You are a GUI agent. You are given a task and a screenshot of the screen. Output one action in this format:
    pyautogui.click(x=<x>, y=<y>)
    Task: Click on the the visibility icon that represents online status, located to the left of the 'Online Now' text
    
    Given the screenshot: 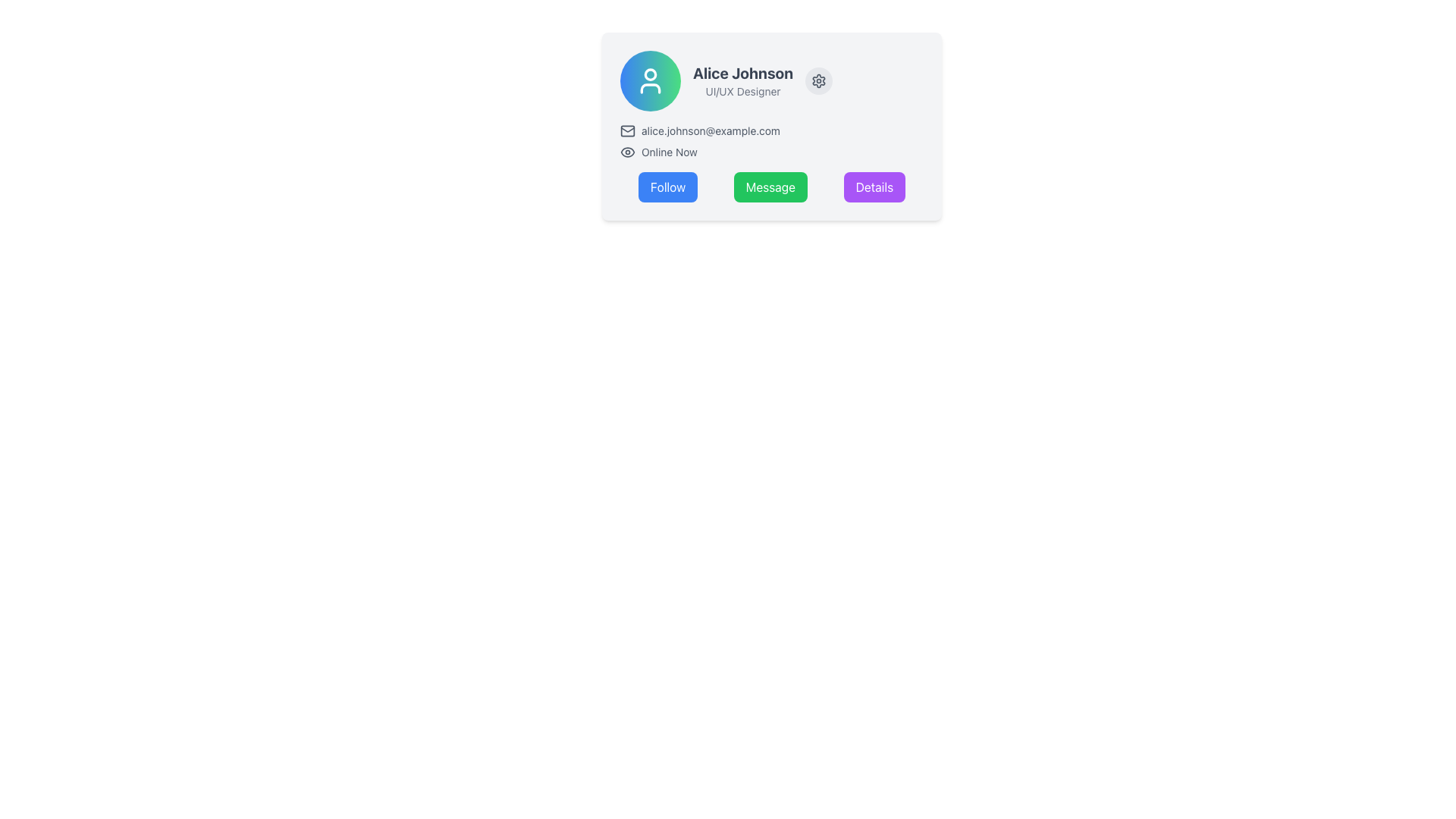 What is the action you would take?
    pyautogui.click(x=628, y=152)
    